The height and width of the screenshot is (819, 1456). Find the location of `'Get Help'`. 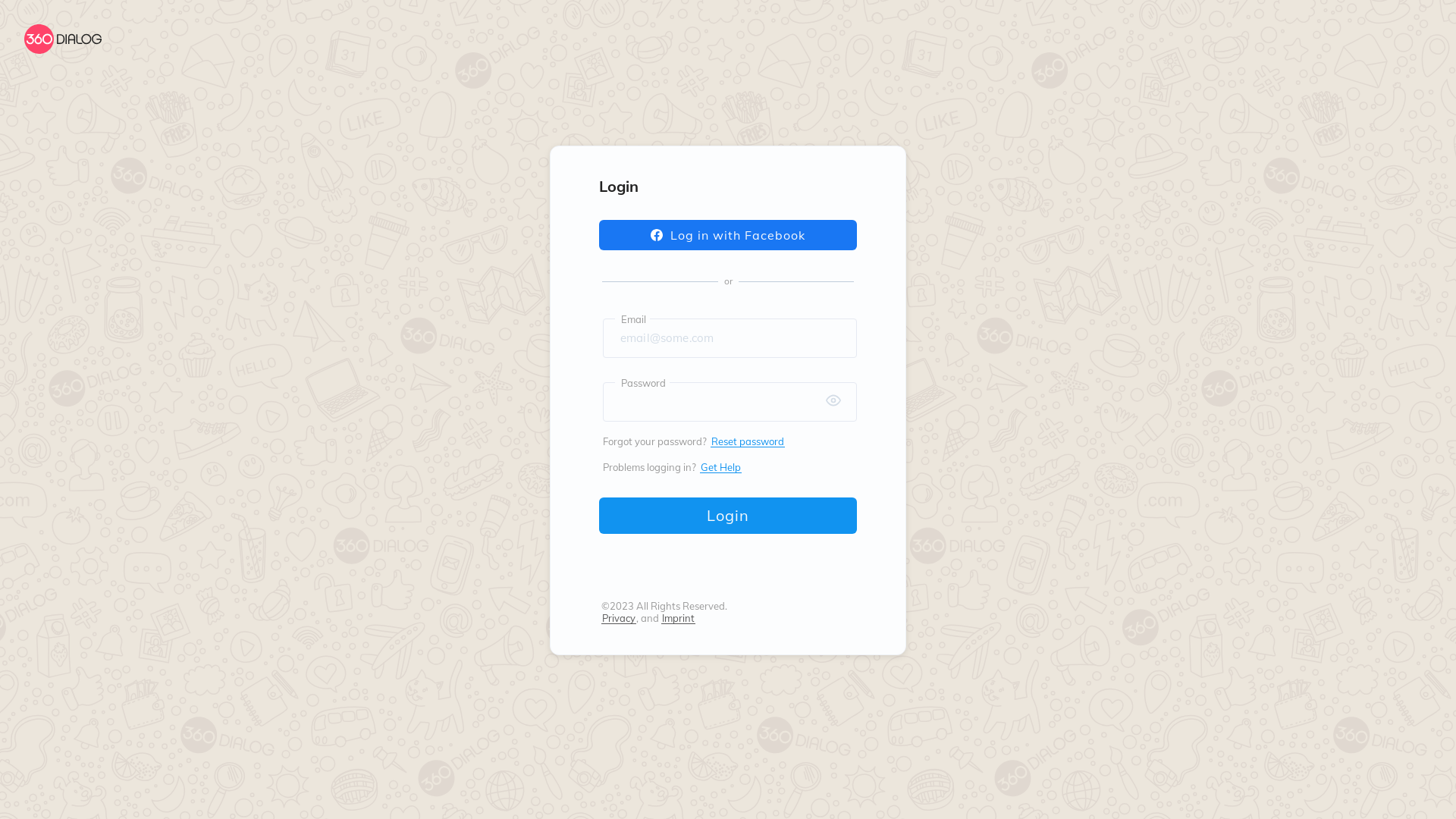

'Get Help' is located at coordinates (720, 466).